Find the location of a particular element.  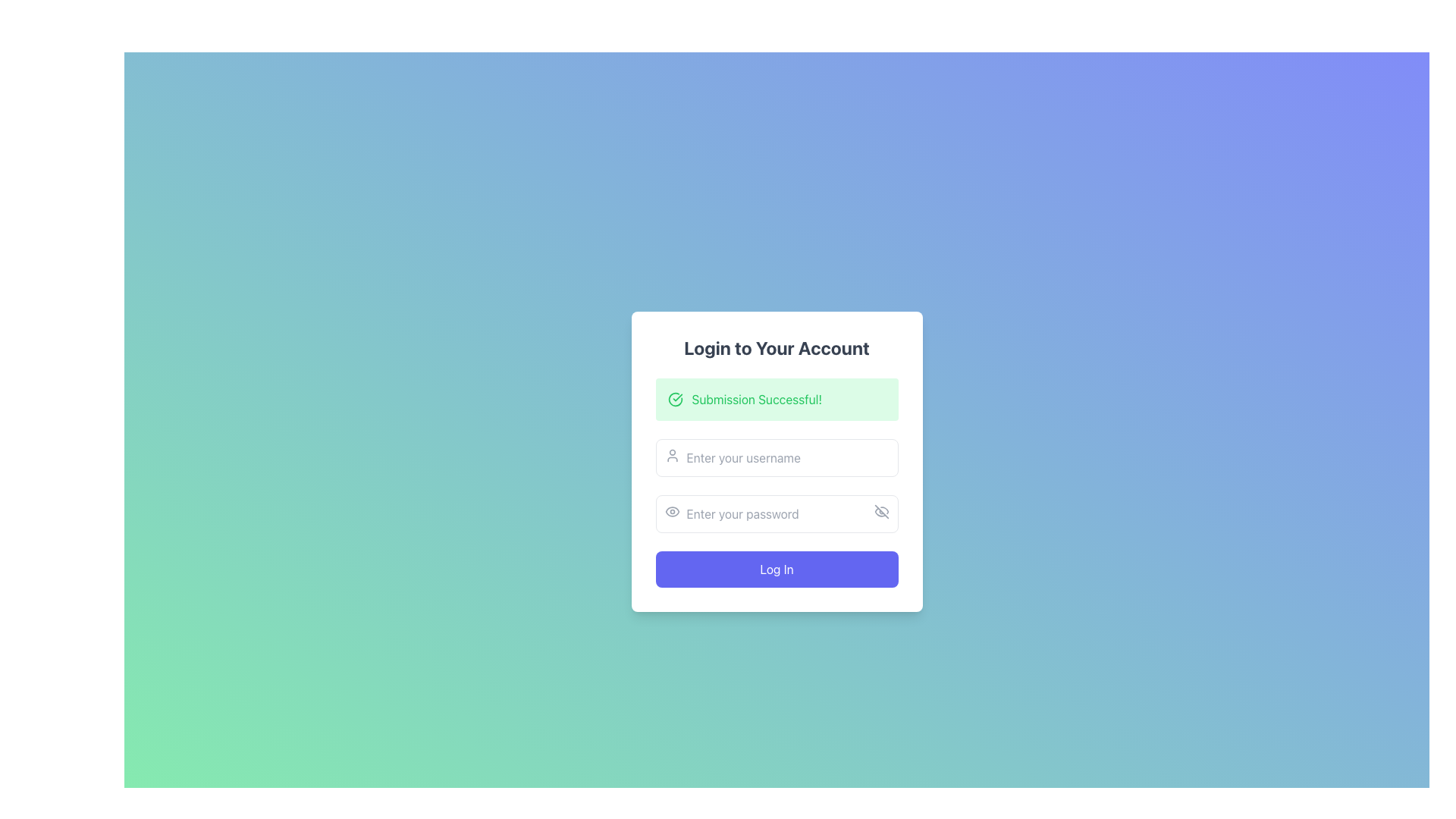

the username input box by tabbing through the login form fields is located at coordinates (777, 457).